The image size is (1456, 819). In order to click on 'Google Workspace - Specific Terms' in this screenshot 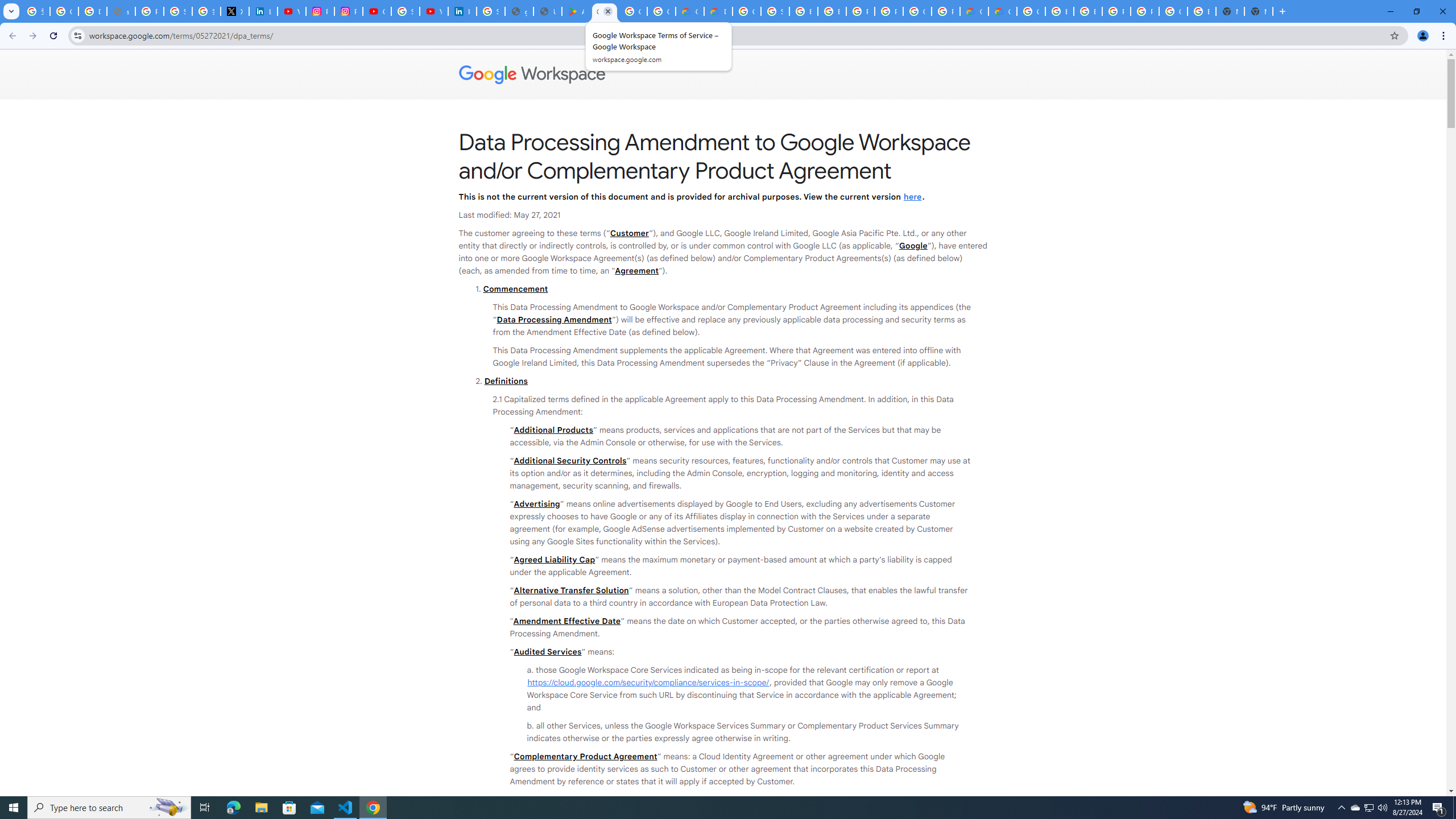, I will do `click(632, 11)`.